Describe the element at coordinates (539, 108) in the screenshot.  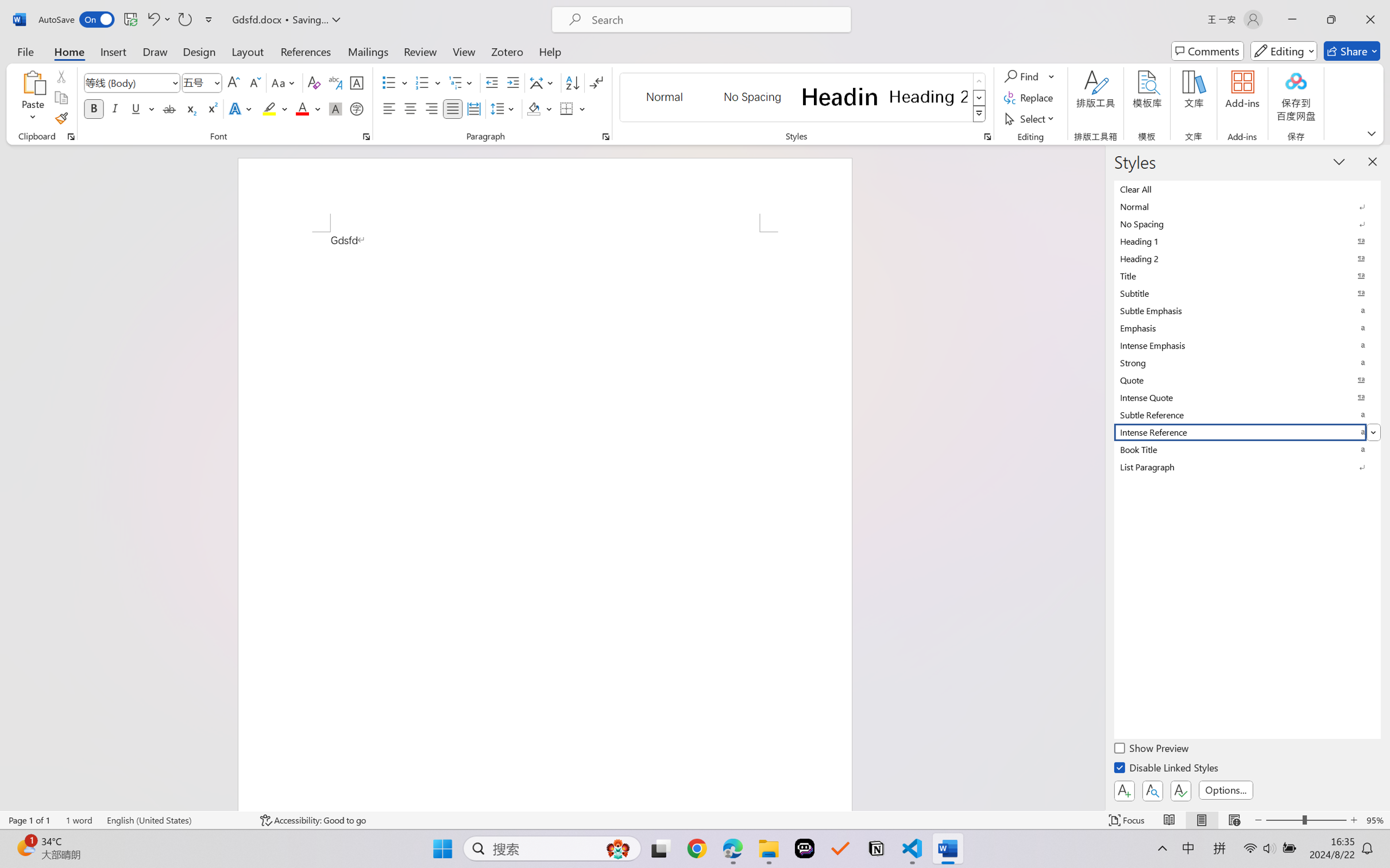
I see `'Shading'` at that location.